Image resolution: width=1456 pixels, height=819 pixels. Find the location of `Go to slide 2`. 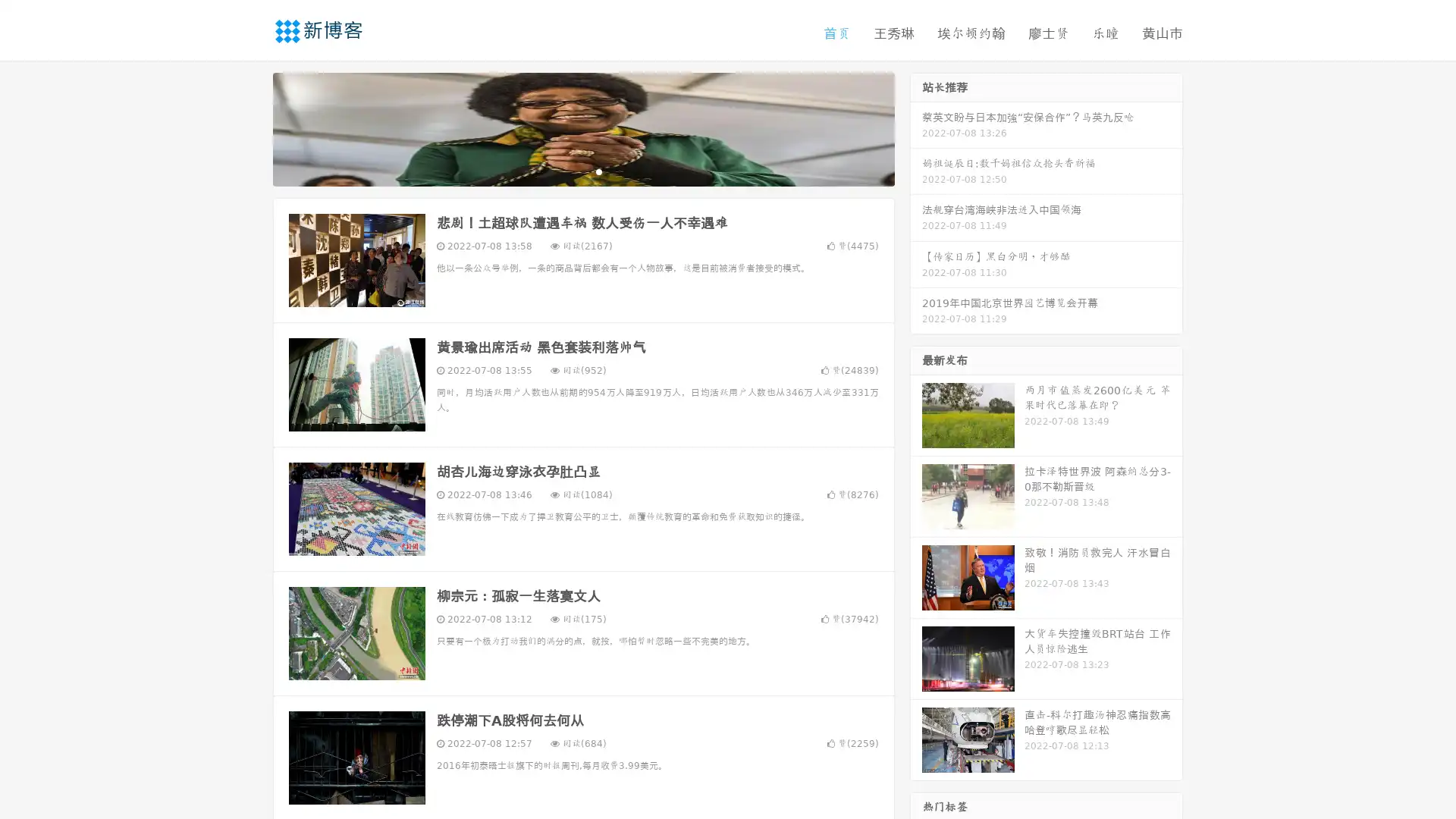

Go to slide 2 is located at coordinates (582, 171).